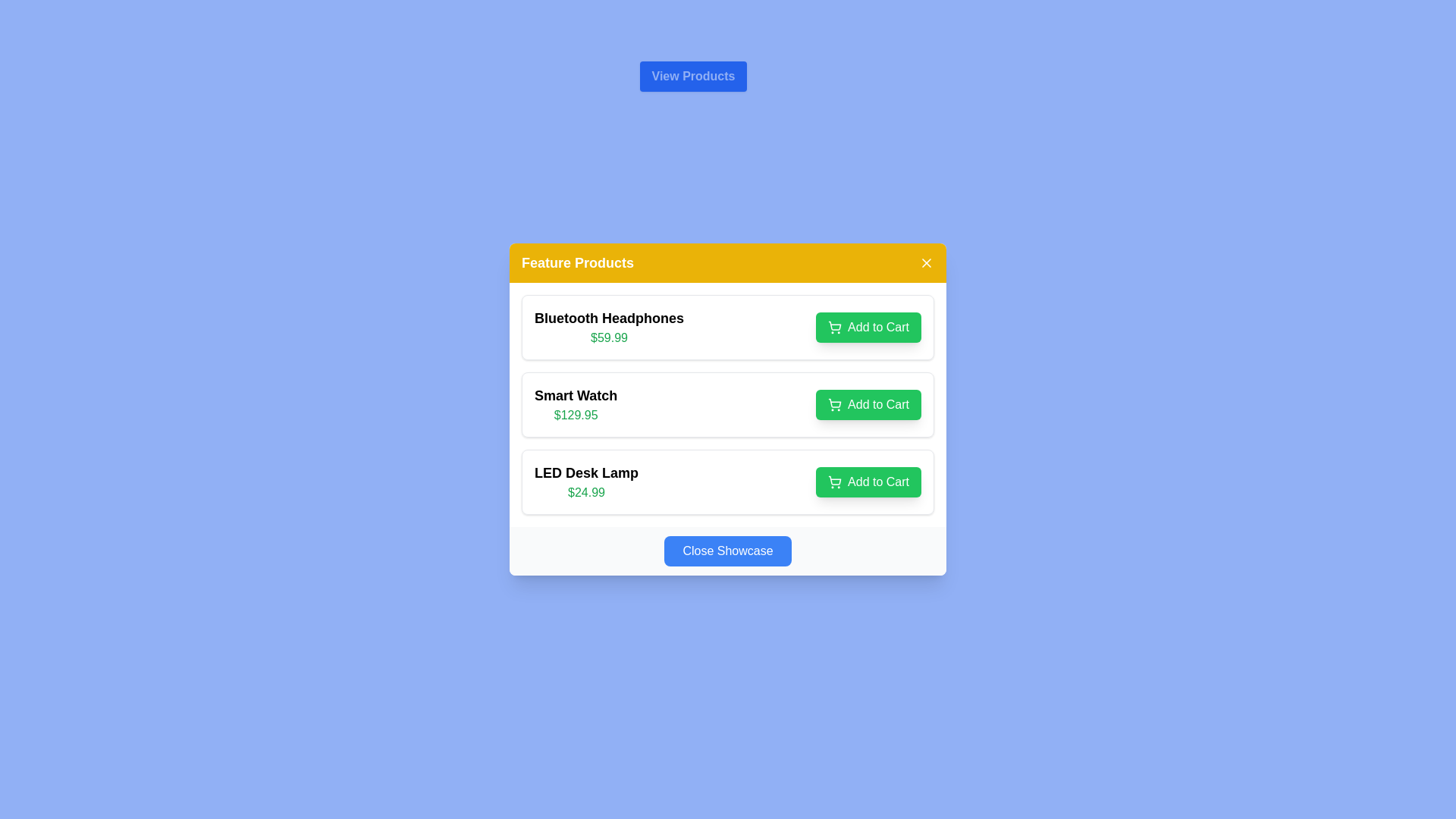 Image resolution: width=1456 pixels, height=819 pixels. I want to click on the shopping cart vector graphic icon located on the 'Add to Cart' button for the 'LED Desk Lamp' product, positioned near the left edge of the button, so click(834, 482).